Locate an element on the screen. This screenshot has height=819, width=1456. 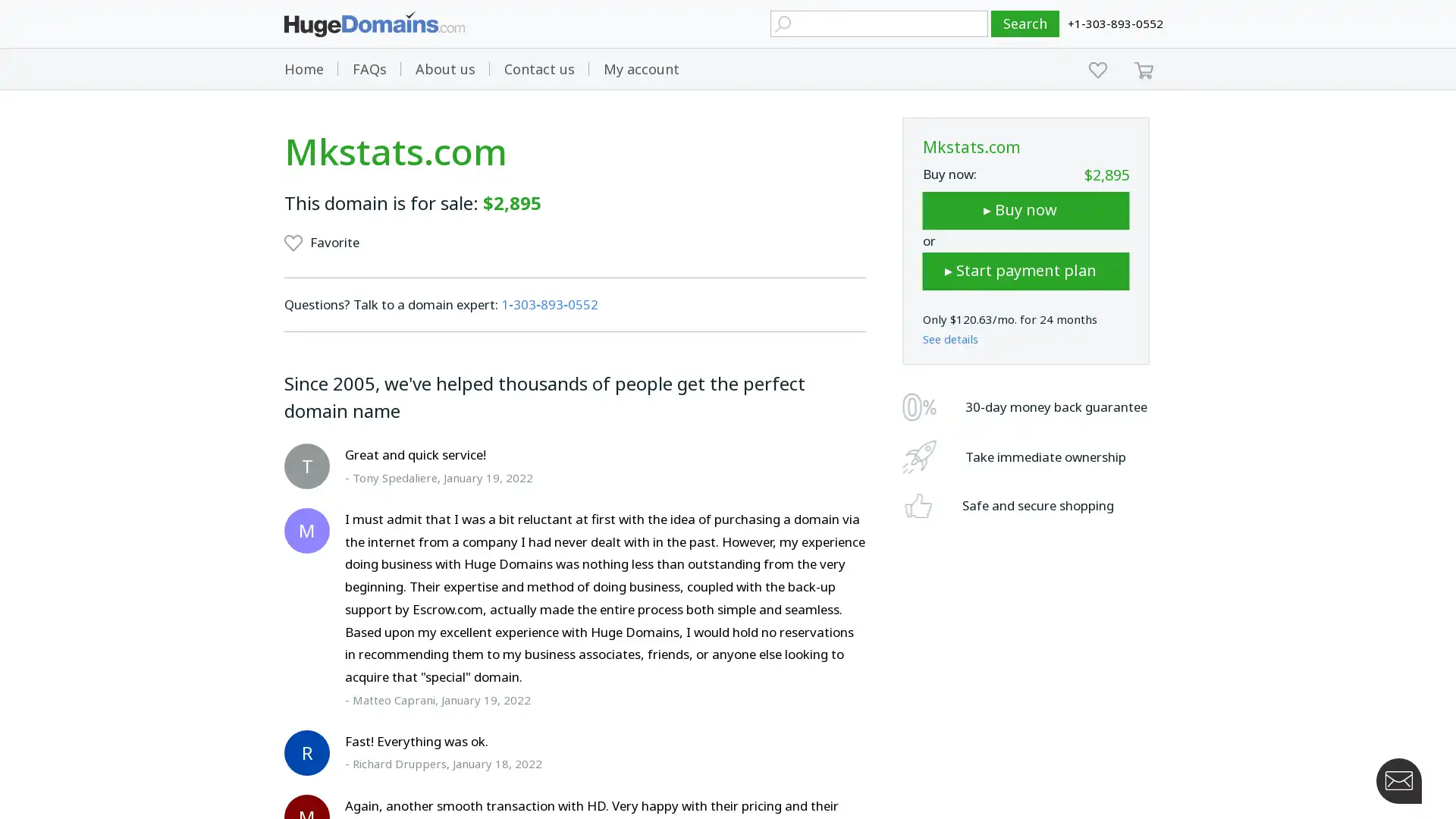
Search is located at coordinates (1025, 24).